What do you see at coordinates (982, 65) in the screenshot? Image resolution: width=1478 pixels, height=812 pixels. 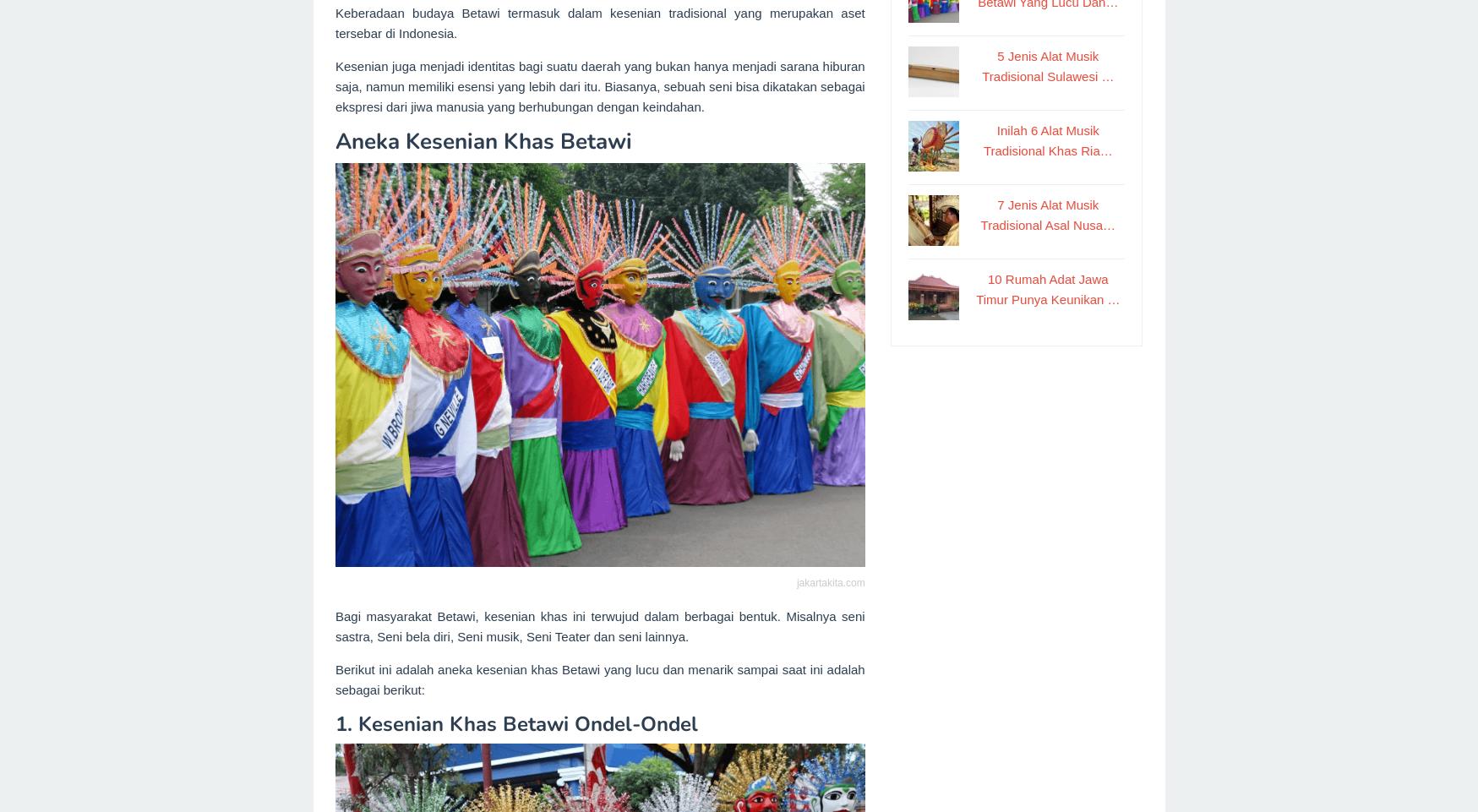 I see `'5 Jenis Alat Musik Tradisional Sulawesi …'` at bounding box center [982, 65].